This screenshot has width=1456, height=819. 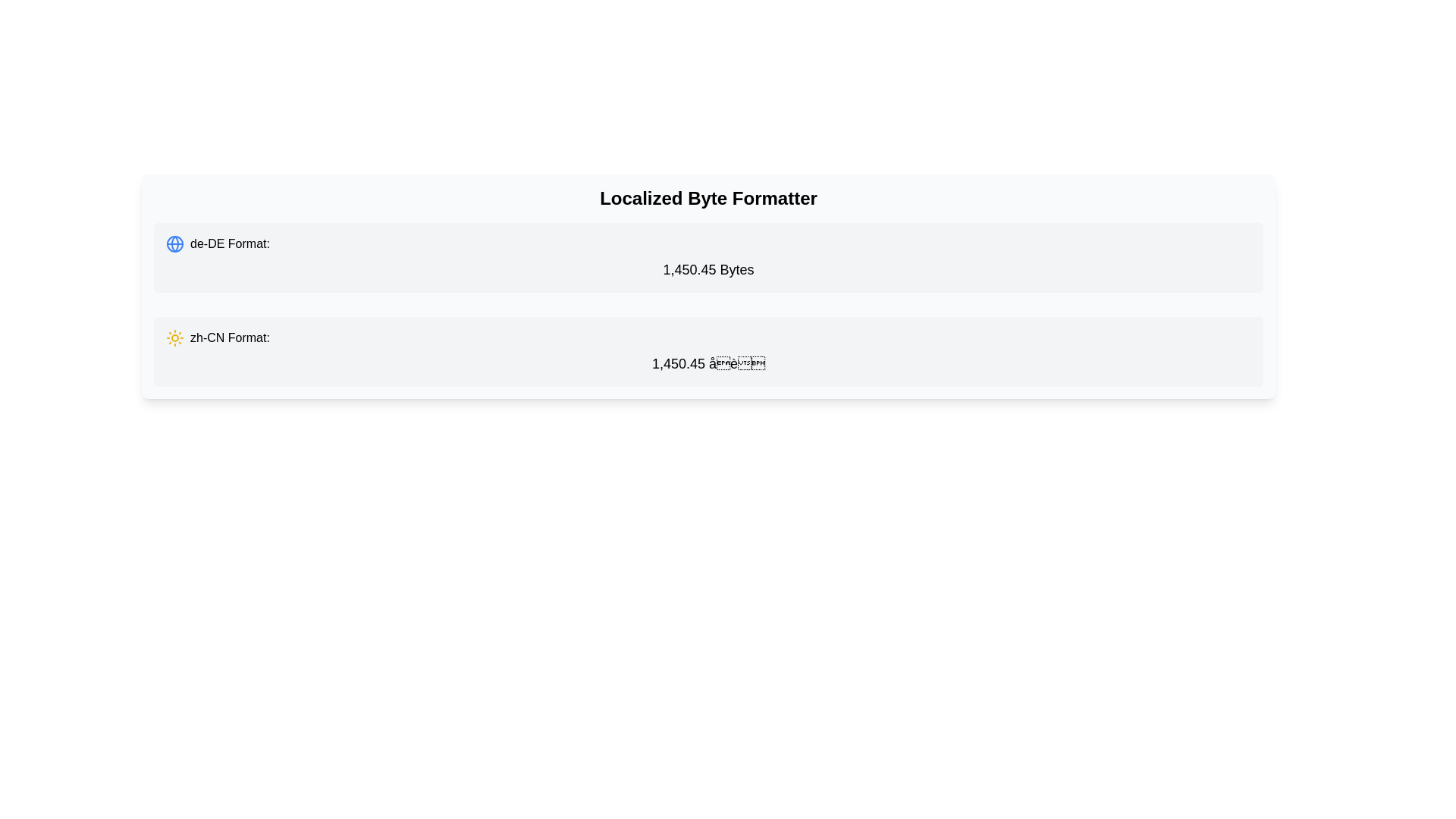 What do you see at coordinates (174, 243) in the screenshot?
I see `the 'Global' or 'Globe' icon that is located to the left of the 'de-DE Format' text label, serving as a visual indicator` at bounding box center [174, 243].